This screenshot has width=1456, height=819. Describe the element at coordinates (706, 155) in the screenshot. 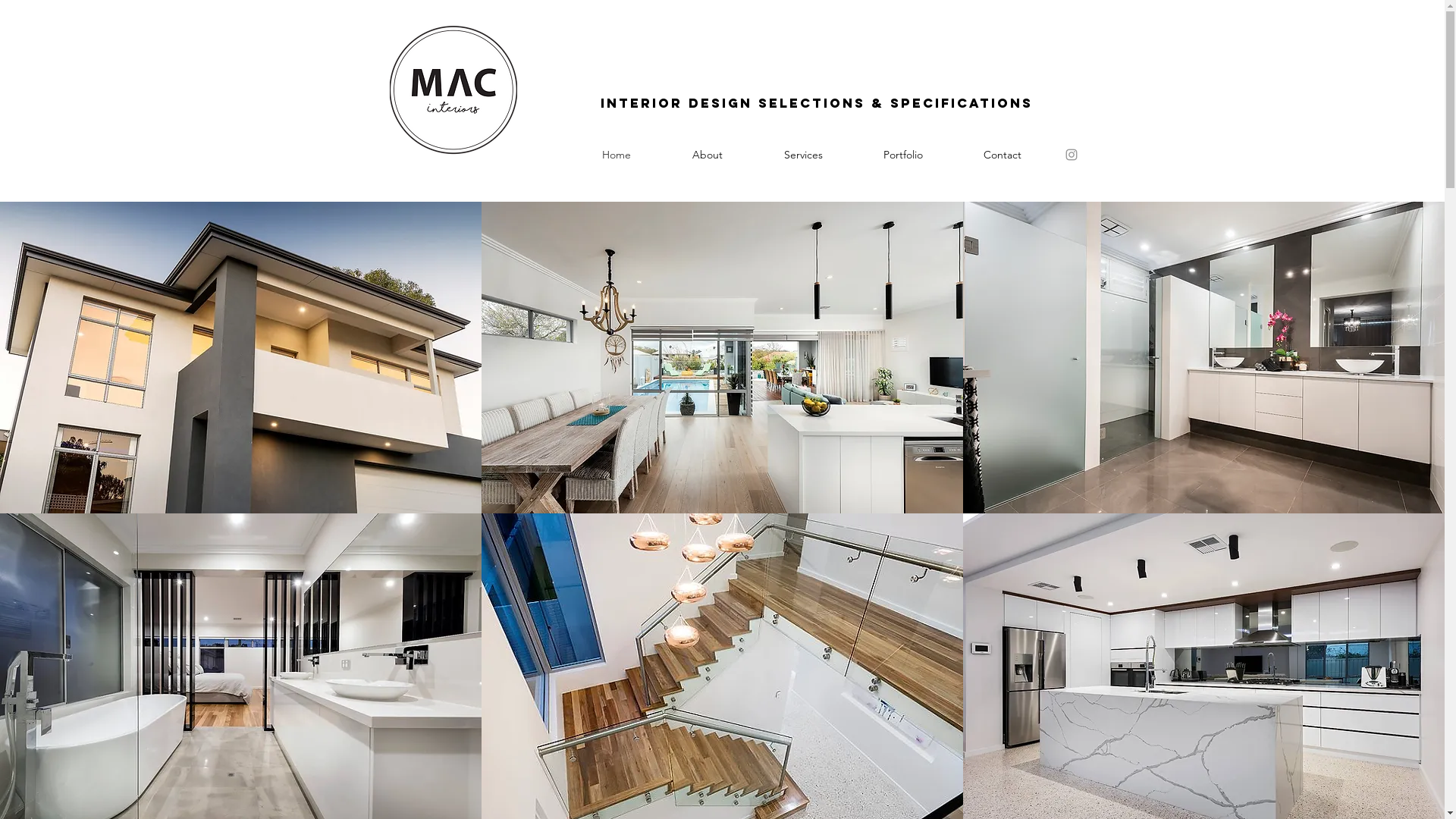

I see `'About'` at that location.